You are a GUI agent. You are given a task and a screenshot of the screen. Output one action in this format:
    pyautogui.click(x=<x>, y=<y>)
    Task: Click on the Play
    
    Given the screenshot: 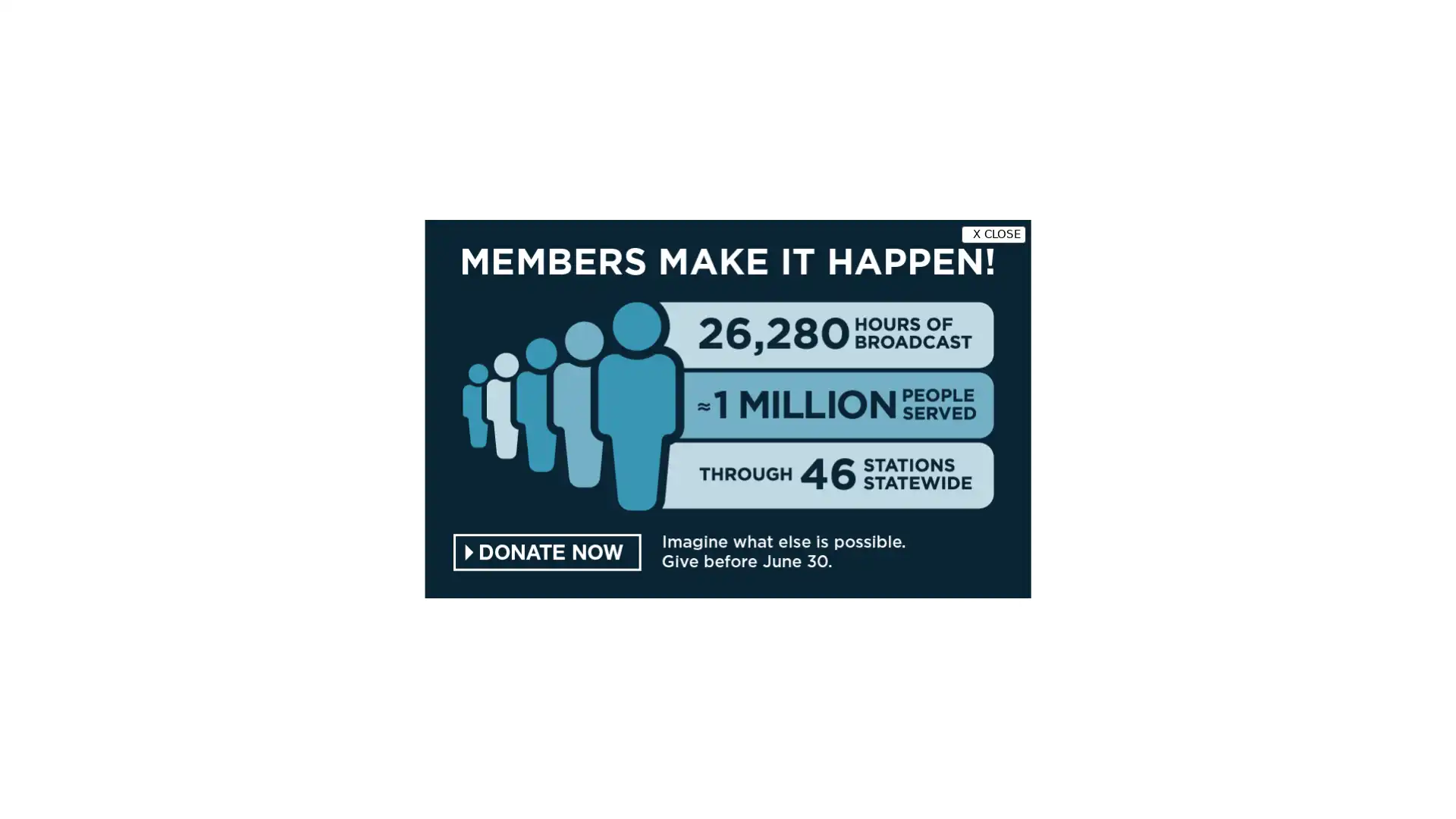 What is the action you would take?
    pyautogui.click(x=227, y=120)
    